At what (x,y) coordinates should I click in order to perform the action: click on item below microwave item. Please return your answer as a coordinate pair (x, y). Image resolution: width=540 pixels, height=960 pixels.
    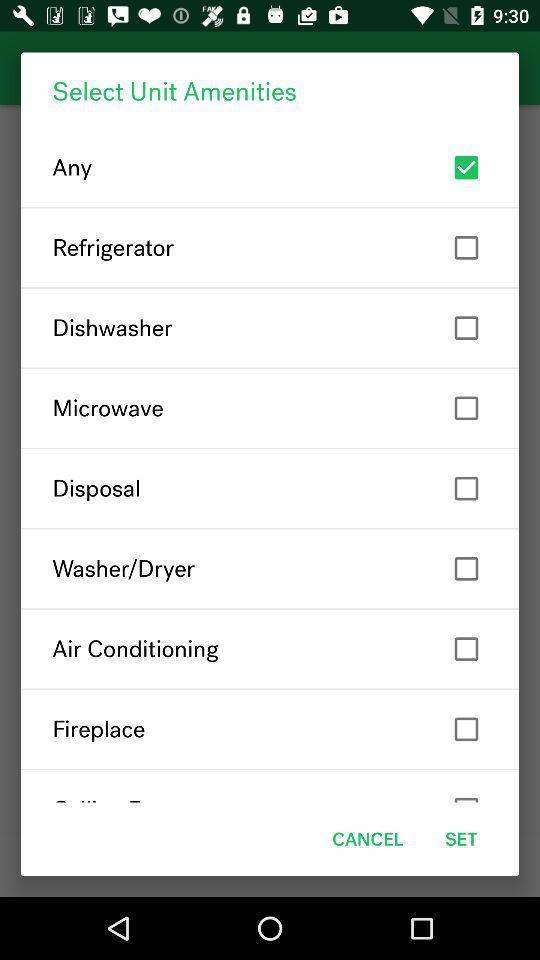
    Looking at the image, I should click on (270, 487).